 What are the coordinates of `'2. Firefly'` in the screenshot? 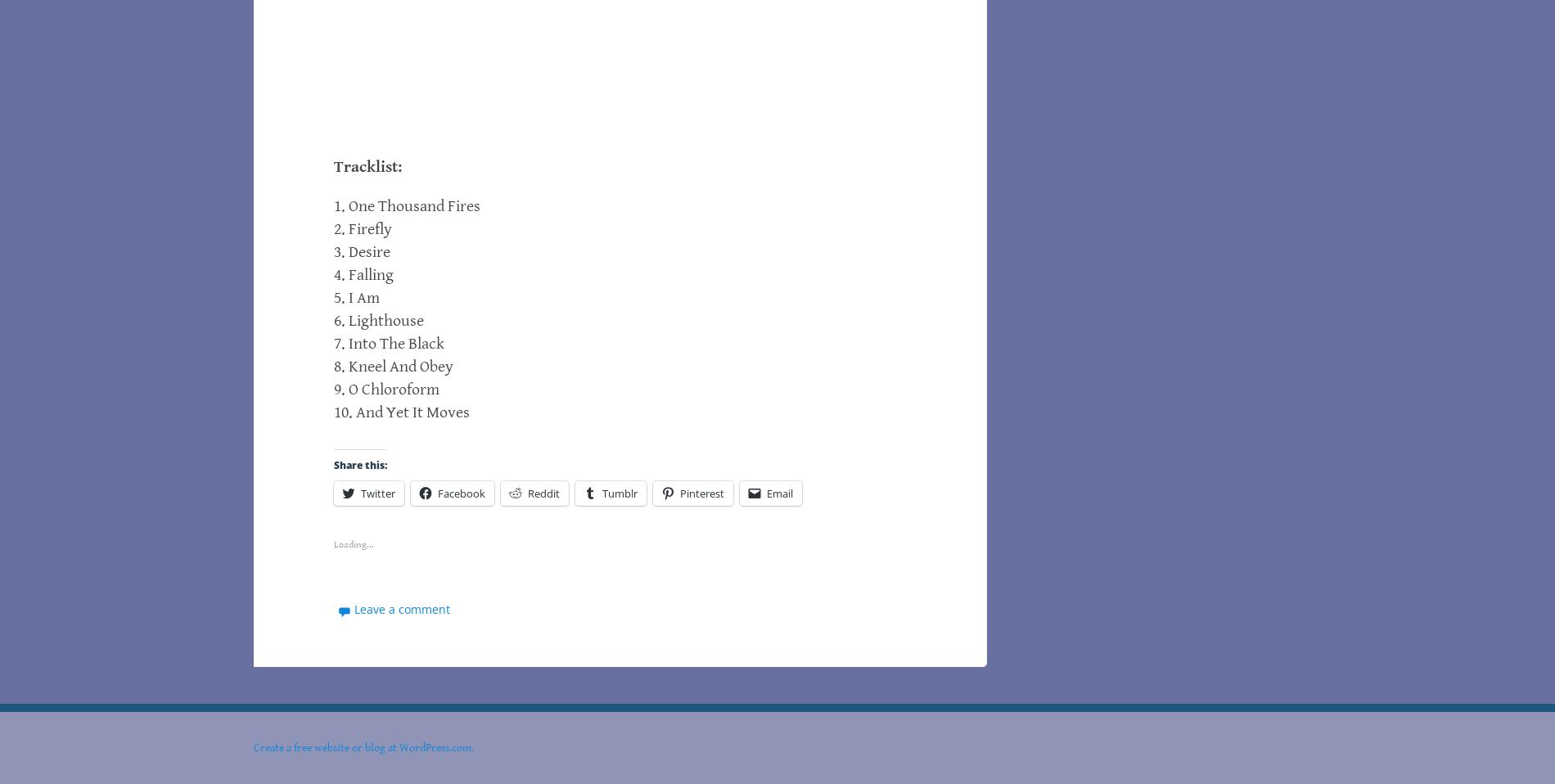 It's located at (362, 229).